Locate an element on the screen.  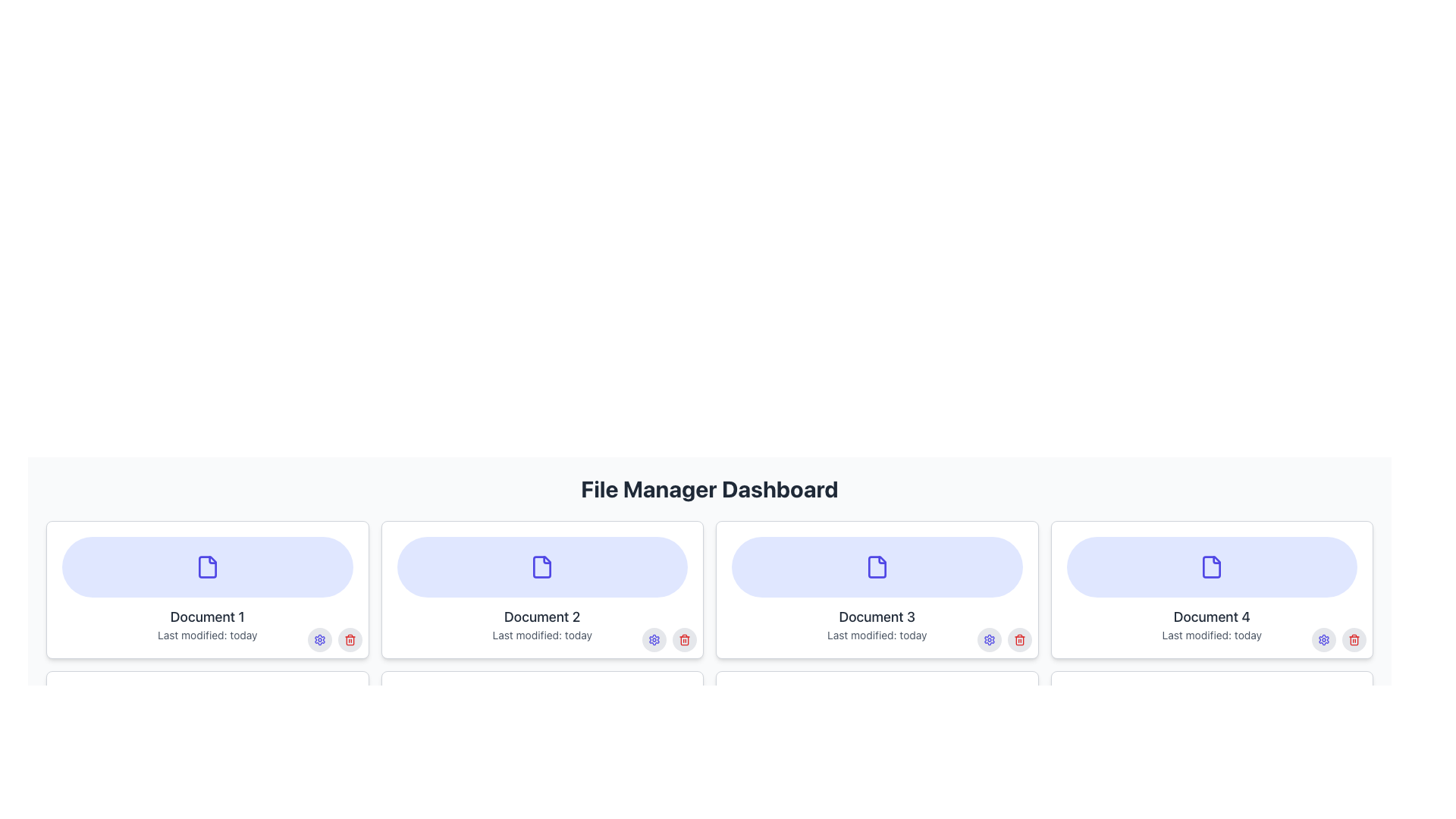
the red trash icon is located at coordinates (669, 640).